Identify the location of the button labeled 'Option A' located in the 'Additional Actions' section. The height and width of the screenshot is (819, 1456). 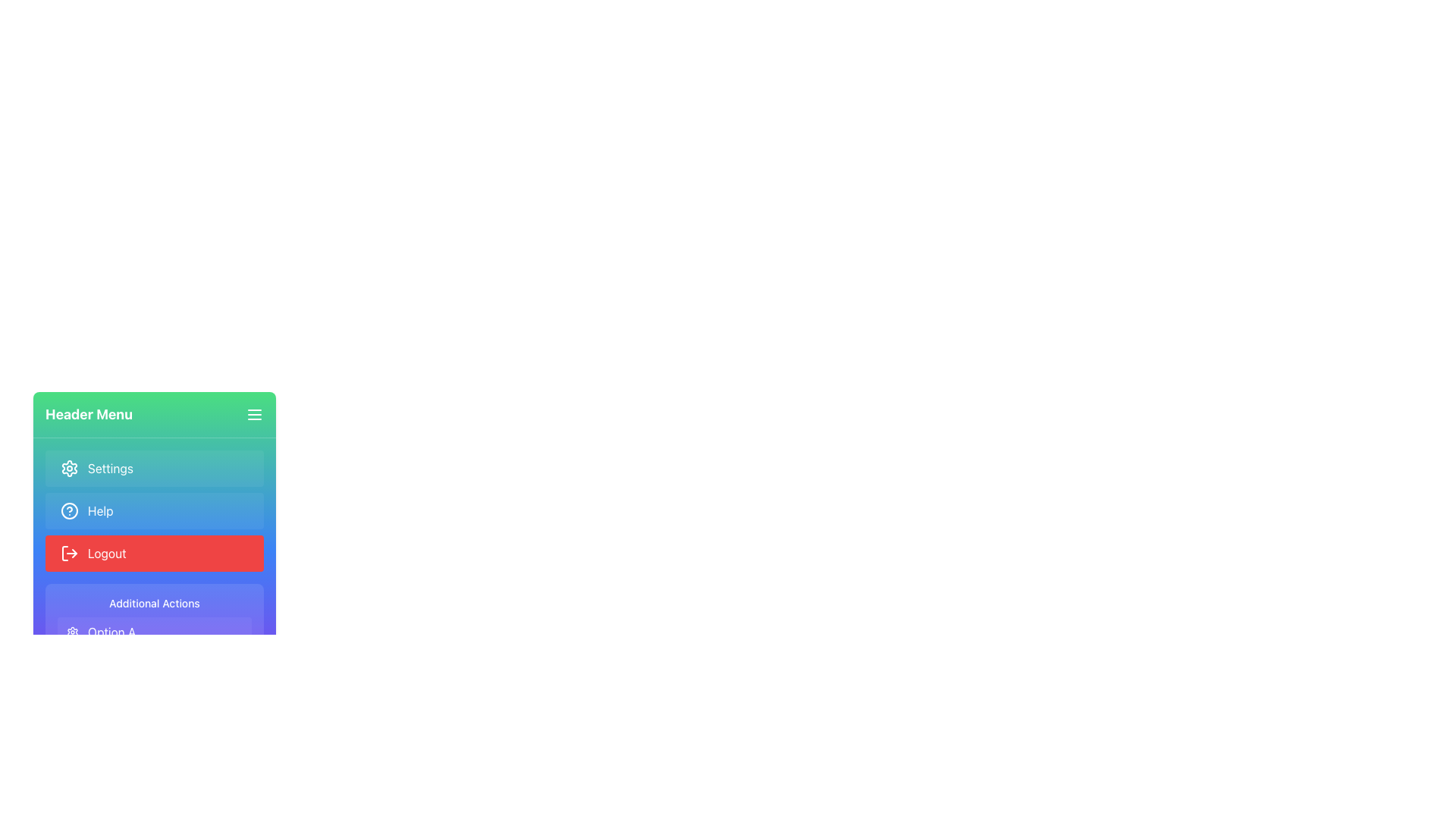
(154, 632).